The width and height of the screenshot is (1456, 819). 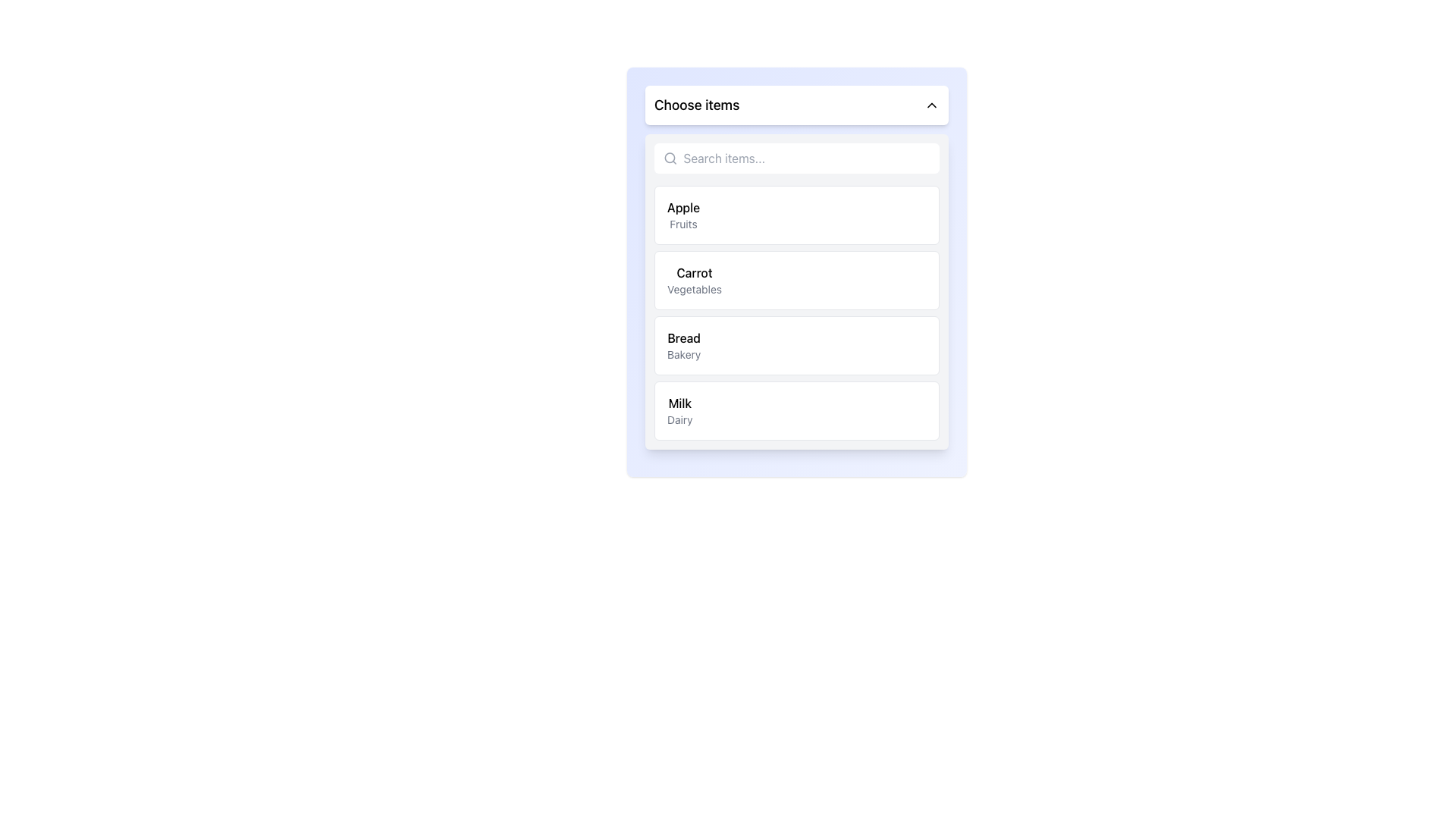 I want to click on the white rectangular card featuring 'Carrot' in bold and 'Vegetables' in smaller font, so click(x=796, y=281).